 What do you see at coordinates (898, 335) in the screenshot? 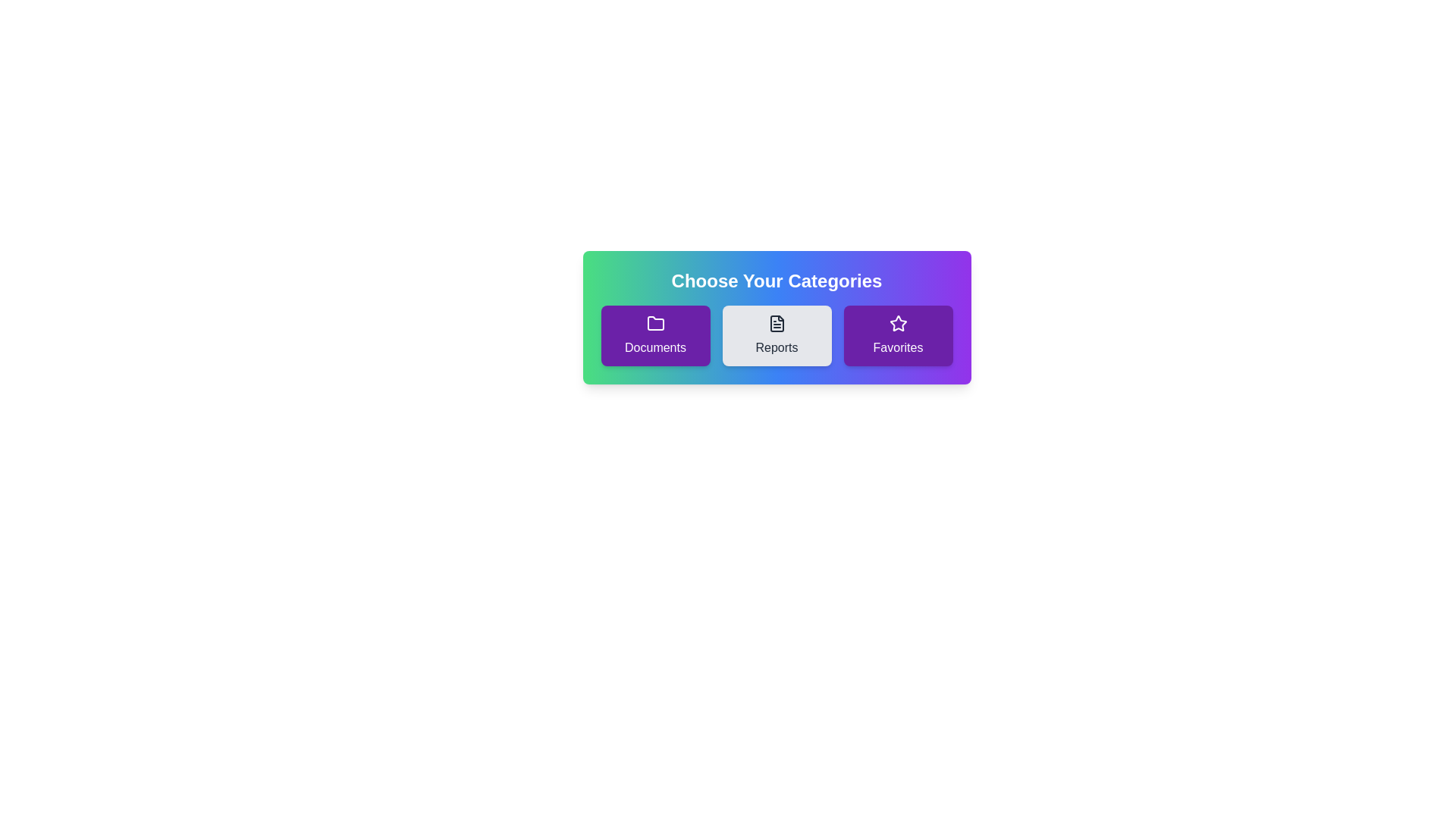
I see `the chip labeled Favorites` at bounding box center [898, 335].